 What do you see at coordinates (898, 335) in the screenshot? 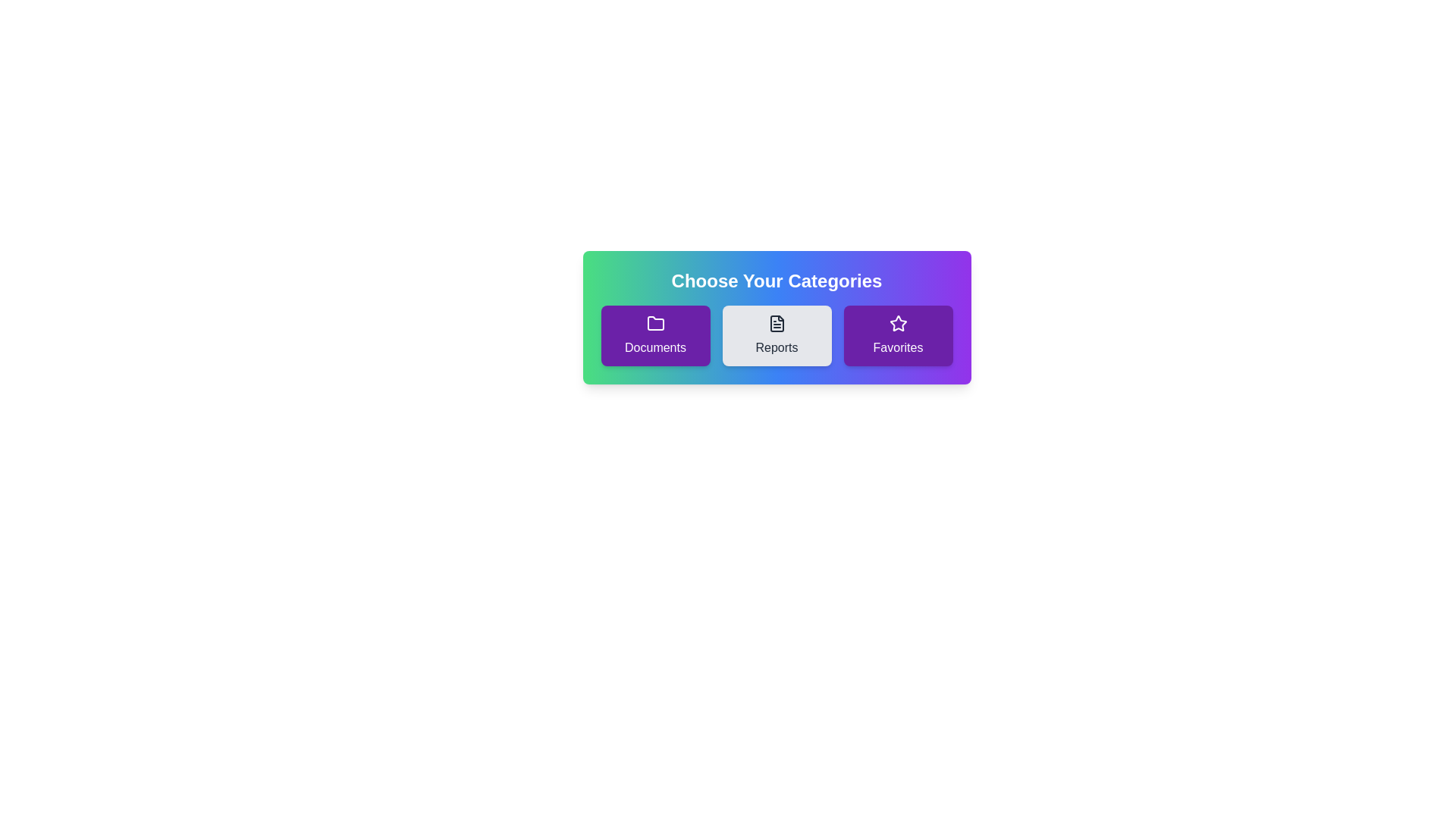
I see `the chip labeled Favorites` at bounding box center [898, 335].